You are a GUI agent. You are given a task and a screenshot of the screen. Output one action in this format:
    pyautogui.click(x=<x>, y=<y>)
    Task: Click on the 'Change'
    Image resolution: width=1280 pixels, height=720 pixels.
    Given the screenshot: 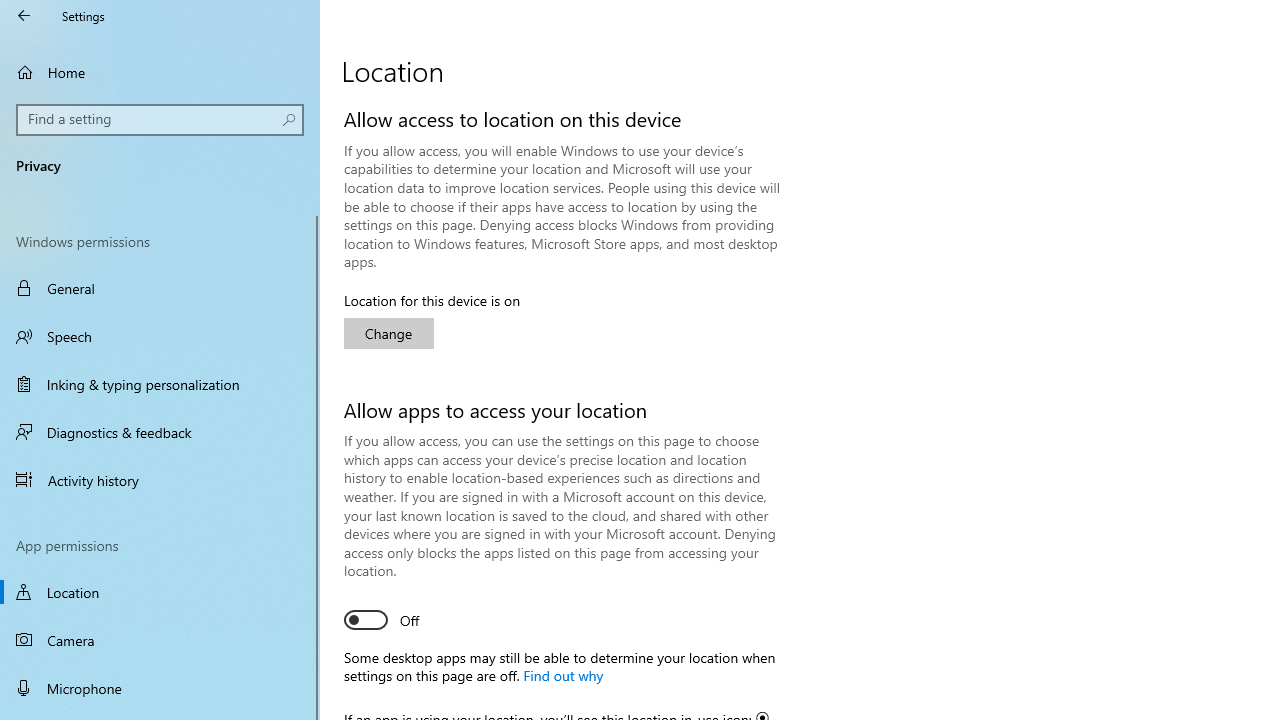 What is the action you would take?
    pyautogui.click(x=389, y=332)
    